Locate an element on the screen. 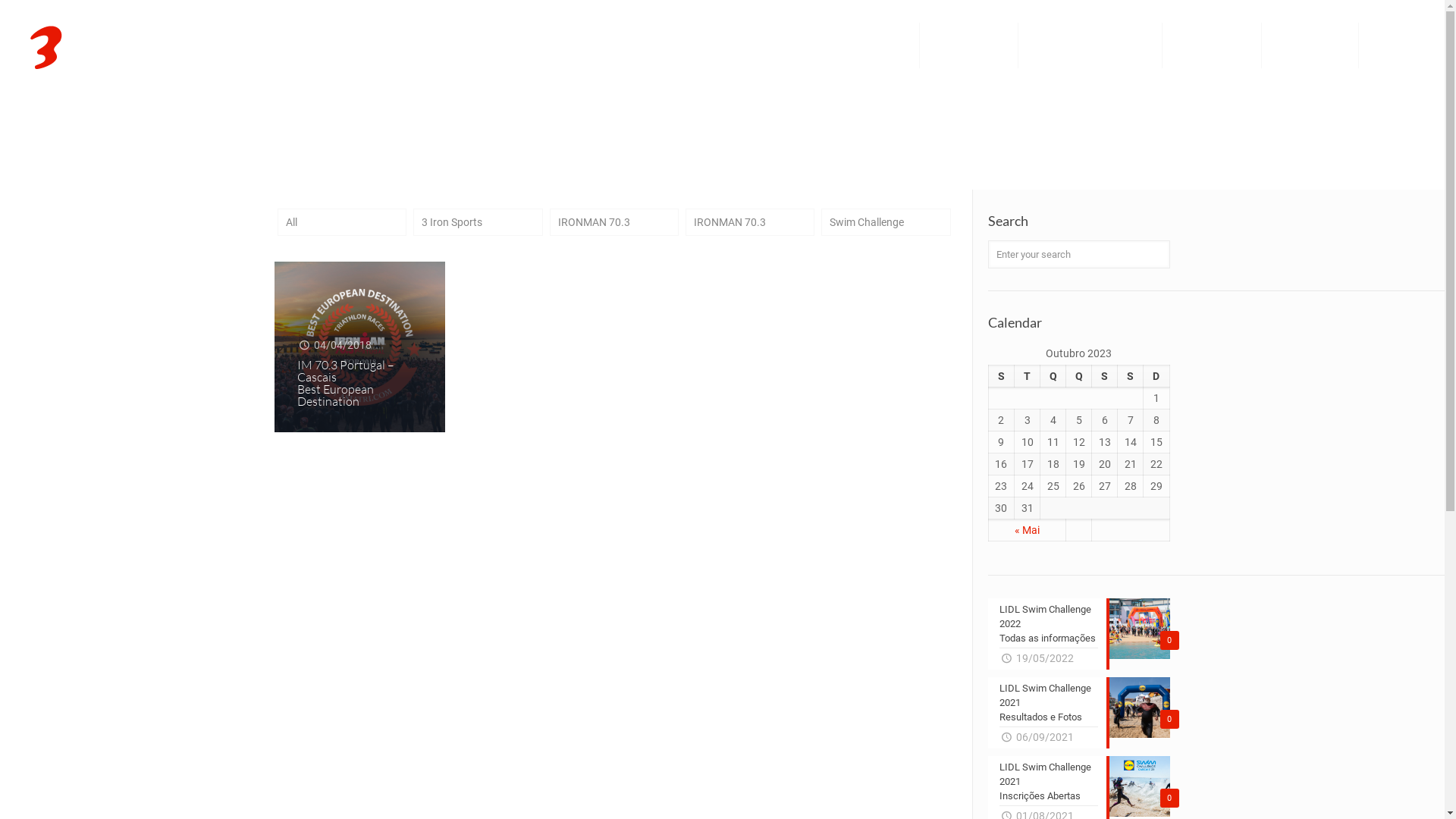  'Swim Challenge' is located at coordinates (885, 221).